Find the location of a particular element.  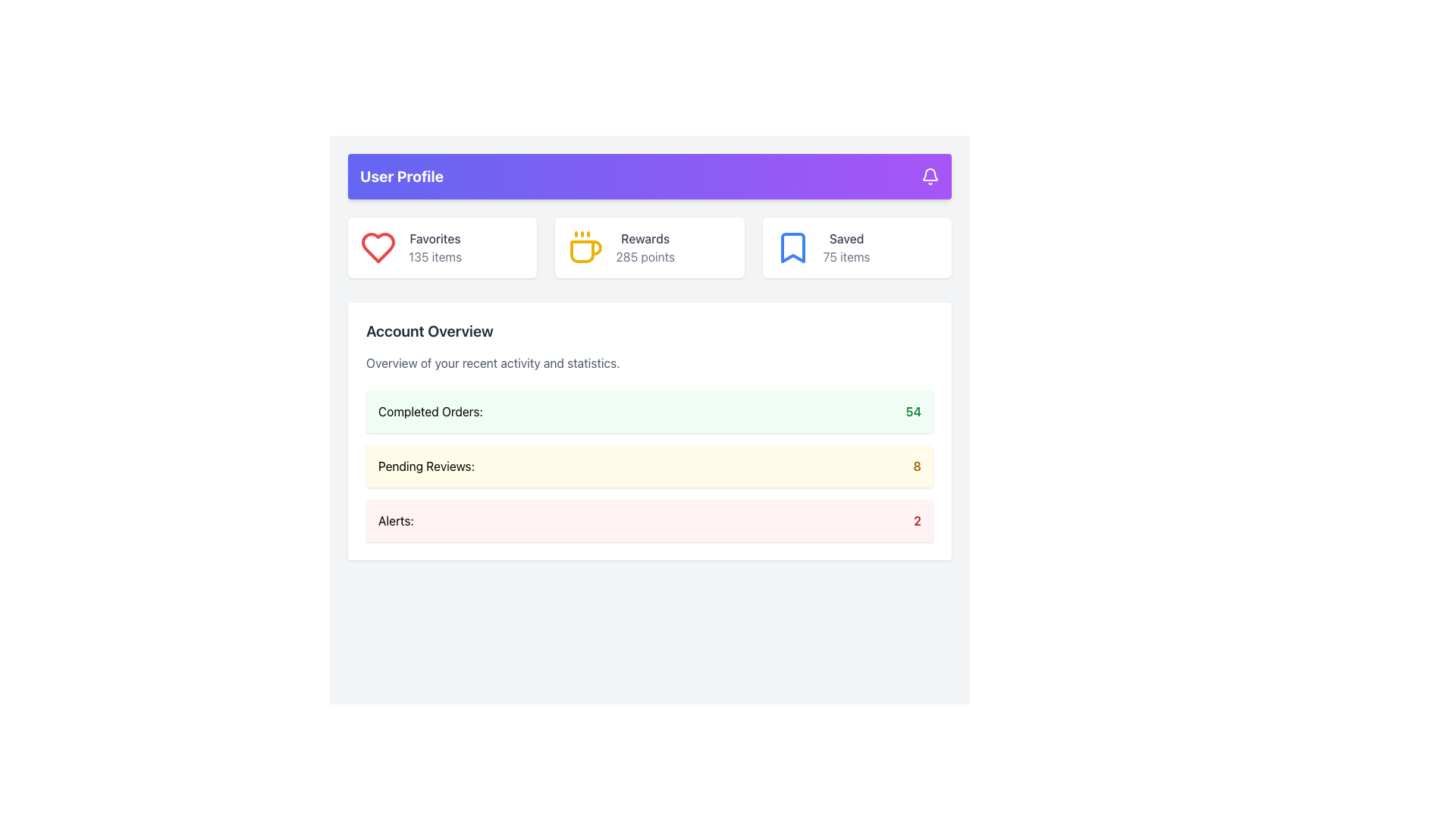

the saved items icon located is located at coordinates (792, 247).